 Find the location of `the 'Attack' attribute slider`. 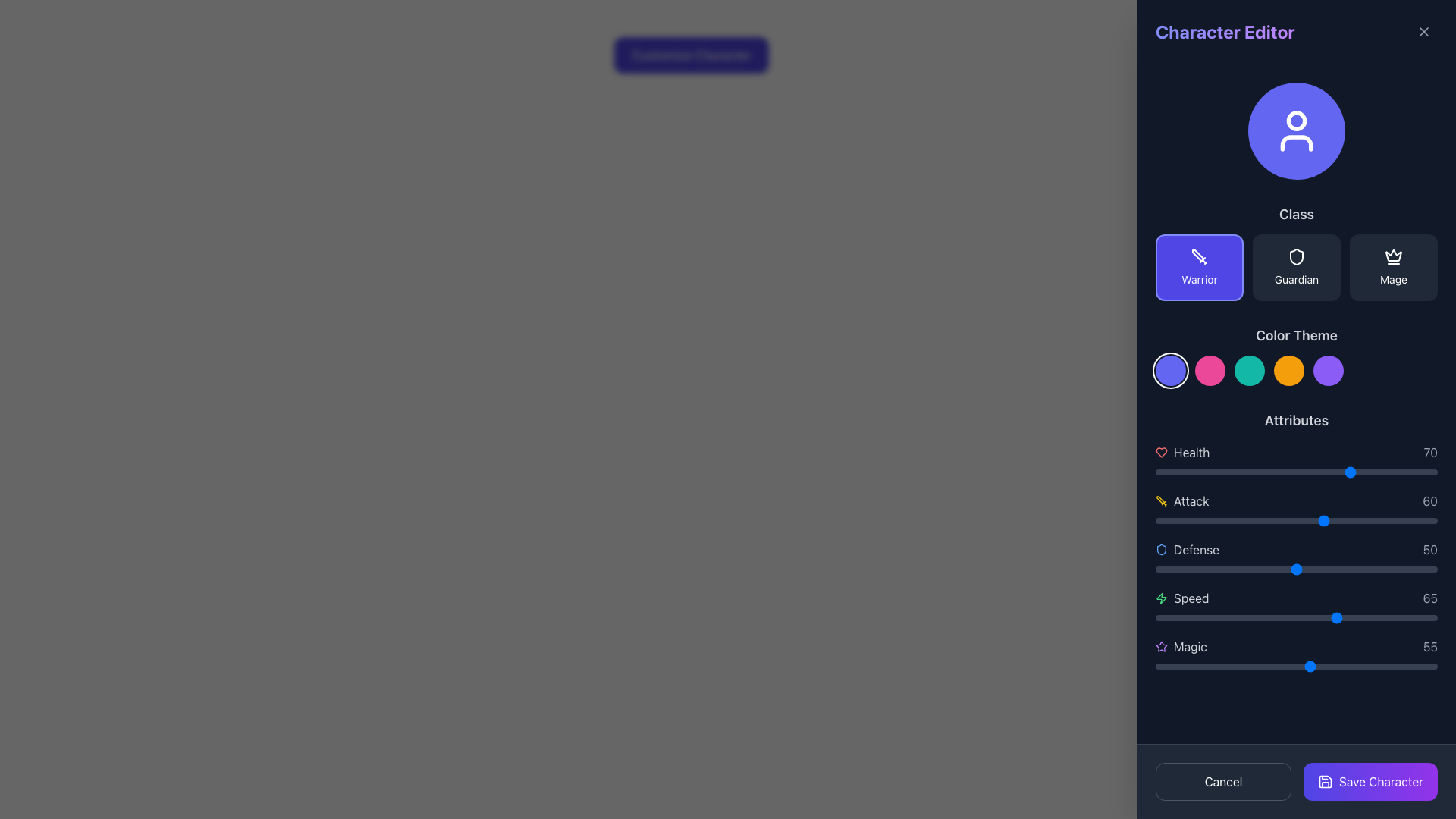

the 'Attack' attribute slider is located at coordinates (1200, 519).